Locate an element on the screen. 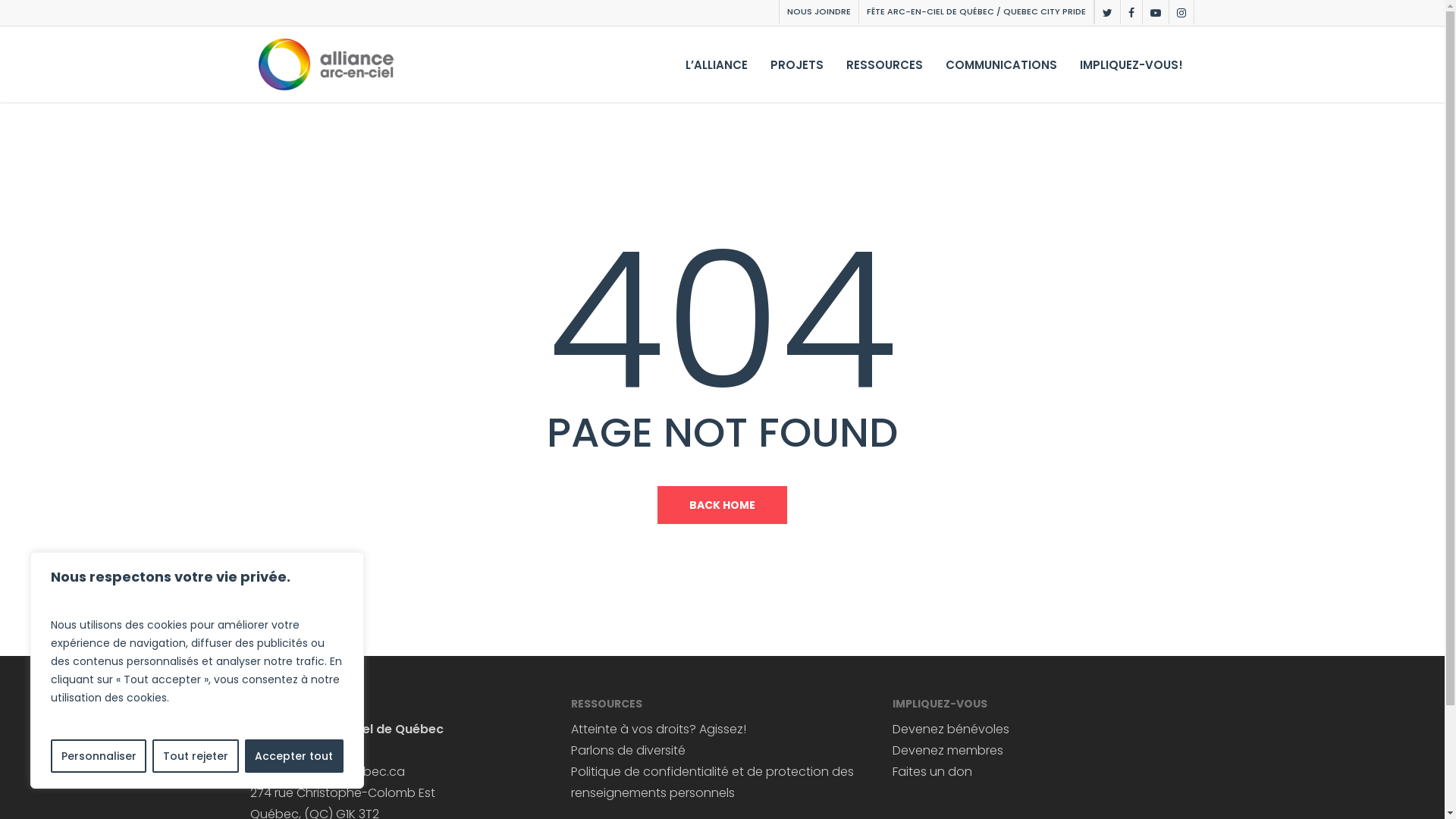  'BACK HOME' is located at coordinates (721, 504).